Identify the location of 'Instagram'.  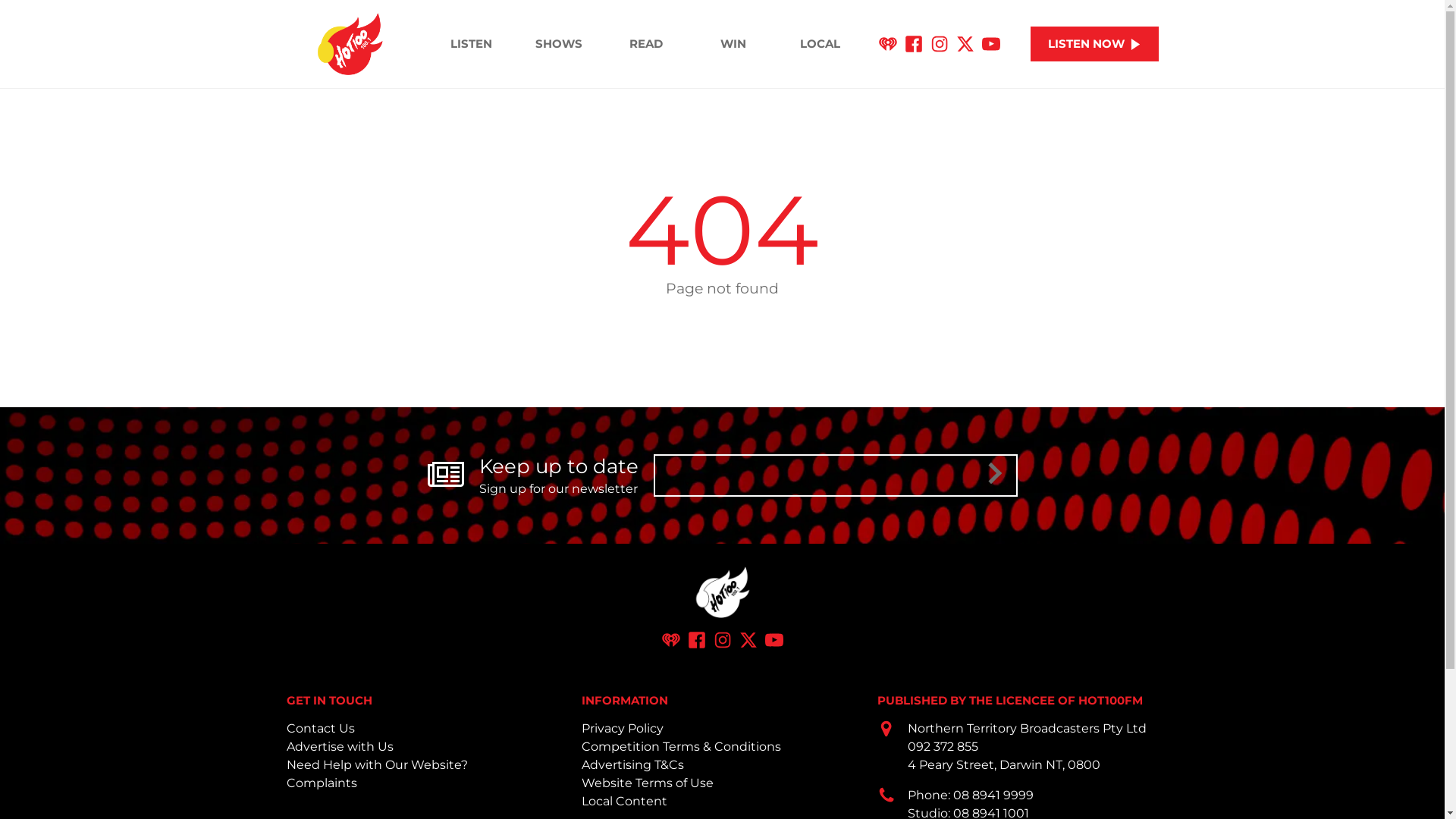
(712, 639).